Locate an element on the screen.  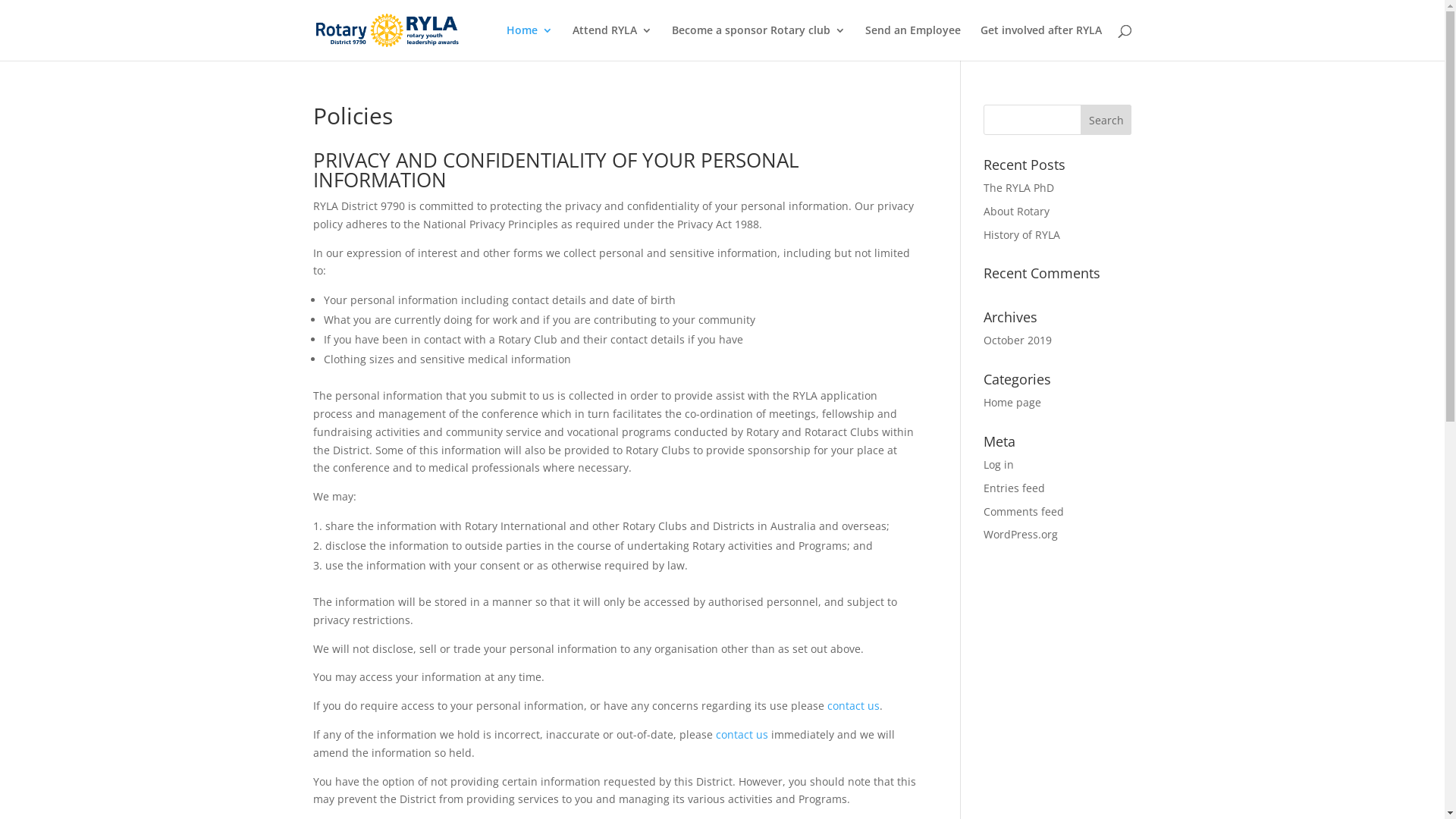
'History of RYLA' is located at coordinates (1021, 234).